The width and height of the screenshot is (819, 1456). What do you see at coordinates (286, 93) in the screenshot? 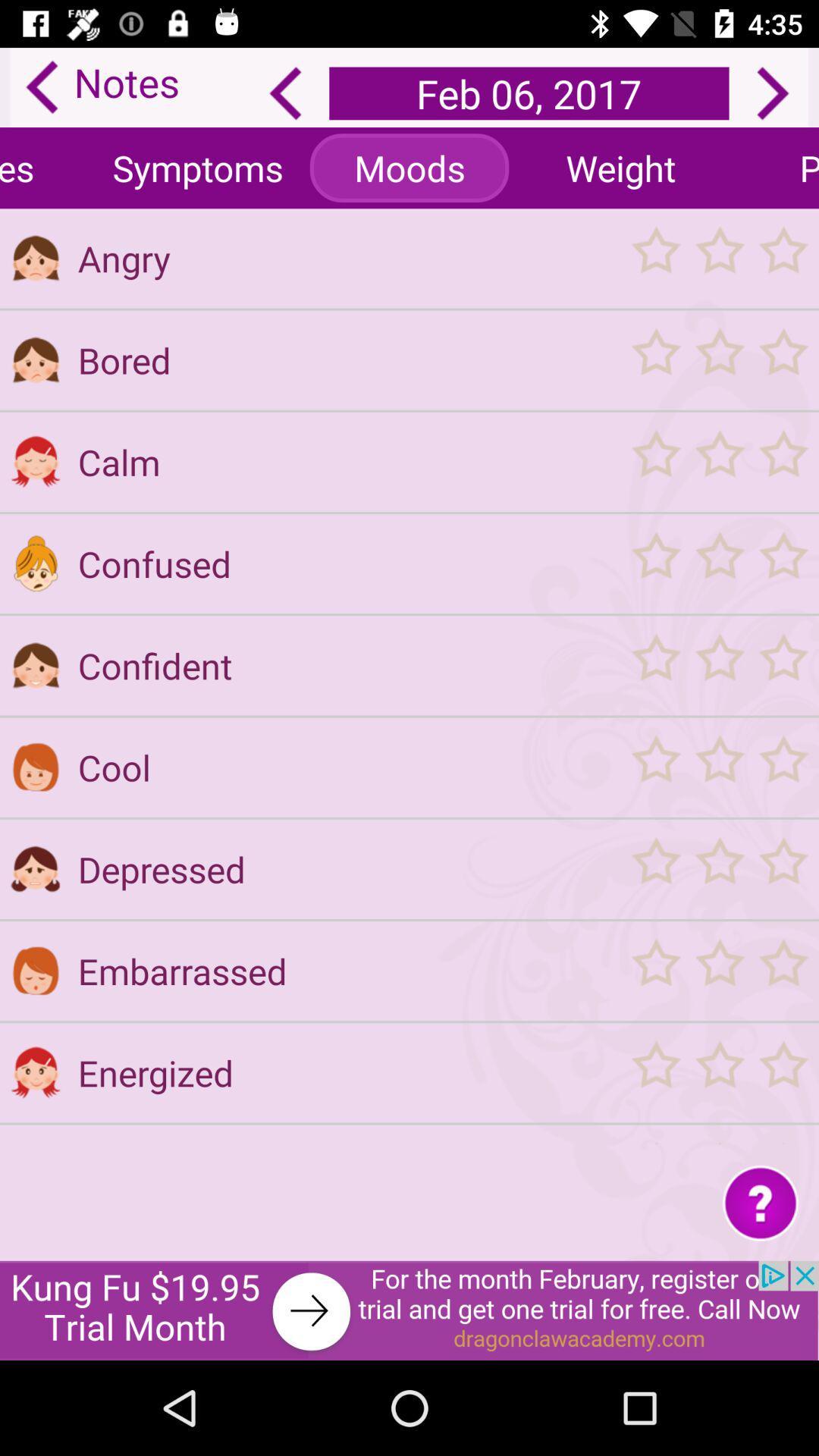
I see `move to right of notes` at bounding box center [286, 93].